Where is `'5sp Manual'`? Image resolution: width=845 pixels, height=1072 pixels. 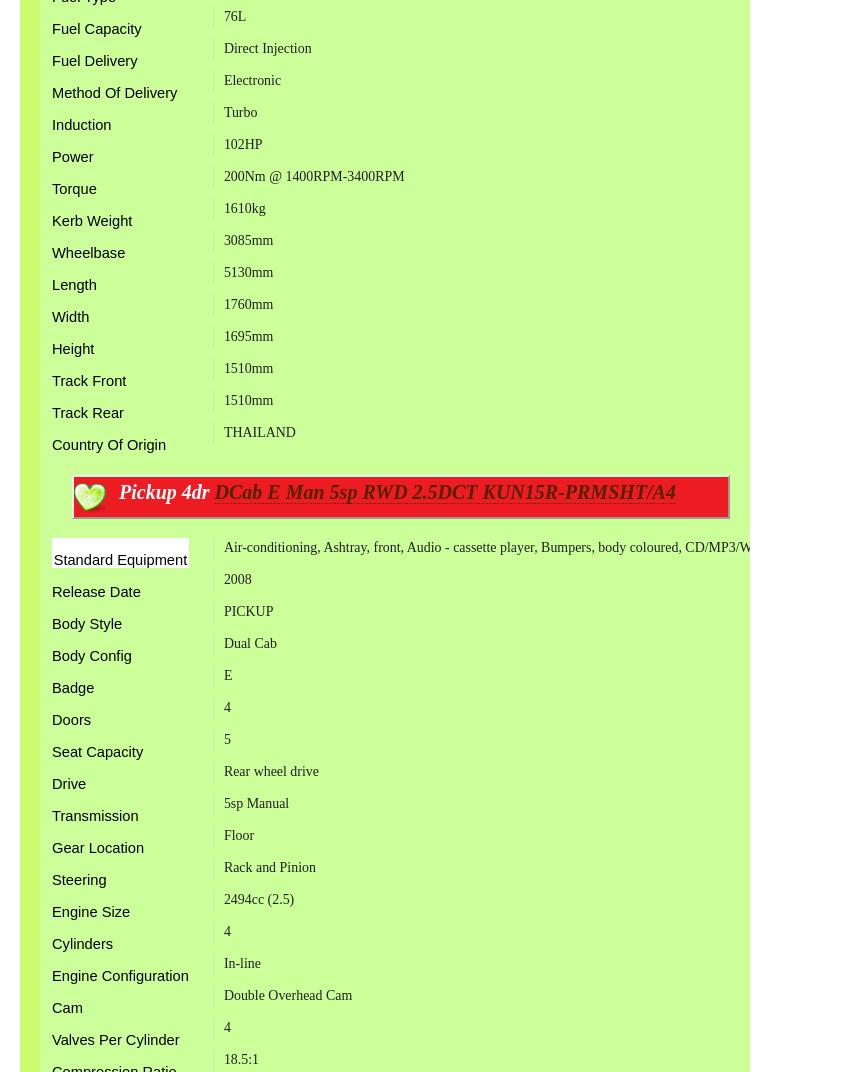
'5sp Manual' is located at coordinates (256, 802).